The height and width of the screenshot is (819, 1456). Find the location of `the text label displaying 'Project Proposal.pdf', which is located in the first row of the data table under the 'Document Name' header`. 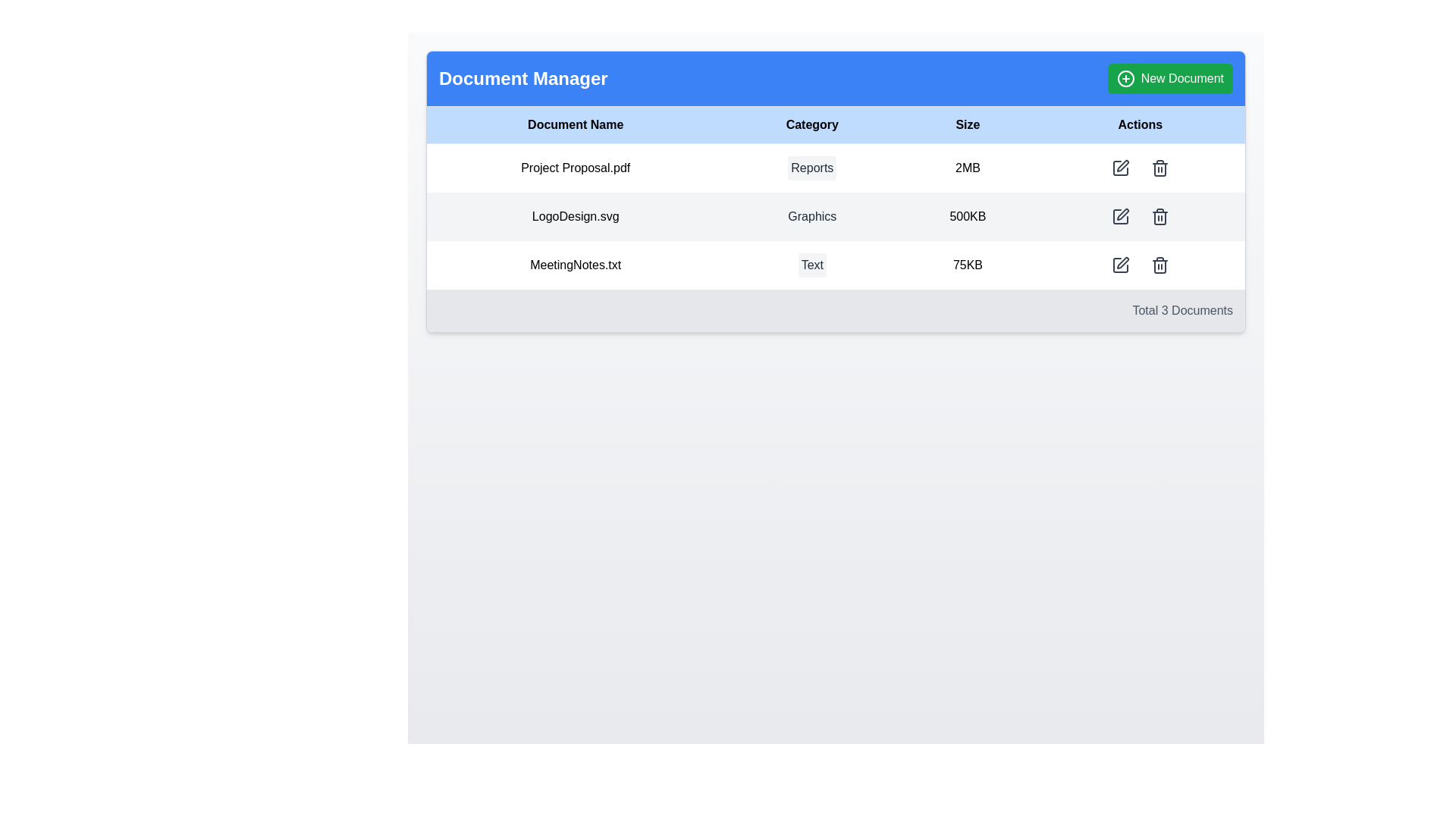

the text label displaying 'Project Proposal.pdf', which is located in the first row of the data table under the 'Document Name' header is located at coordinates (575, 168).